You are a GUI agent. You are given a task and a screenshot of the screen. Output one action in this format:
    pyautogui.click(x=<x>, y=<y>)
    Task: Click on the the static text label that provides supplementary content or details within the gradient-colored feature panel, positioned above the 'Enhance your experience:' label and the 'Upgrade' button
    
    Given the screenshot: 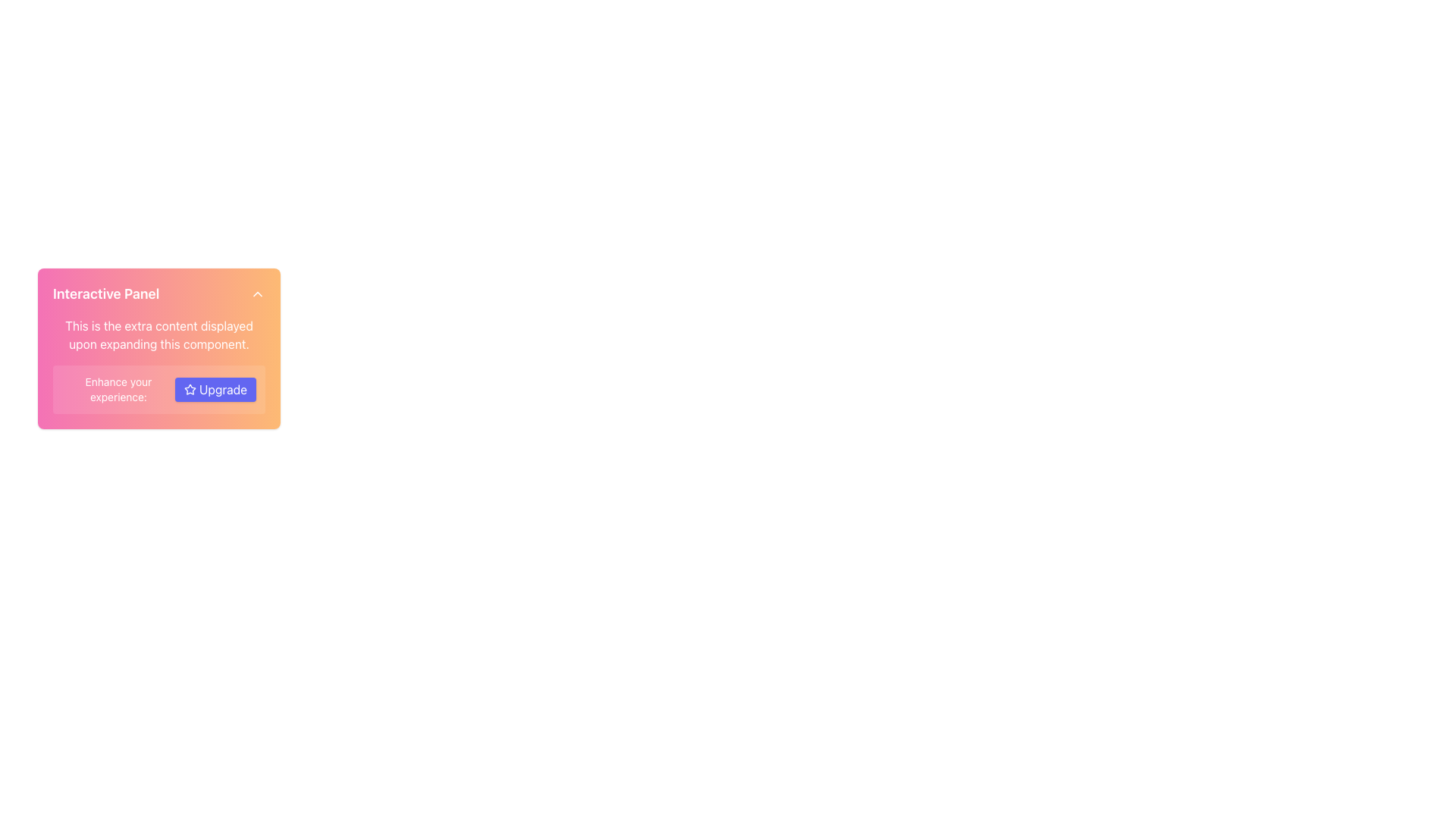 What is the action you would take?
    pyautogui.click(x=159, y=334)
    